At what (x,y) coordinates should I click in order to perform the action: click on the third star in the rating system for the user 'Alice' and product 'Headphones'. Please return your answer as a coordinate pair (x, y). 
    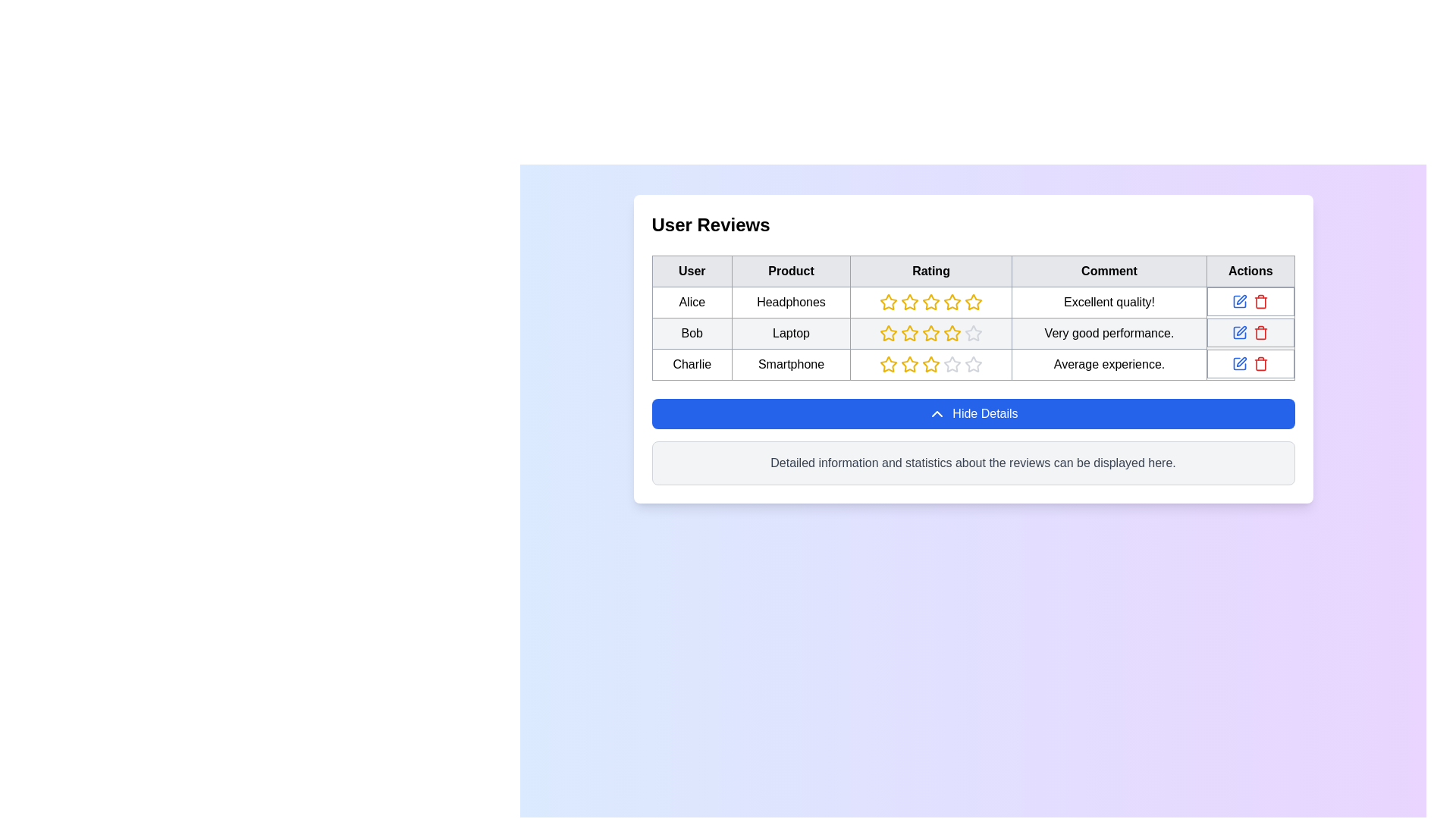
    Looking at the image, I should click on (930, 302).